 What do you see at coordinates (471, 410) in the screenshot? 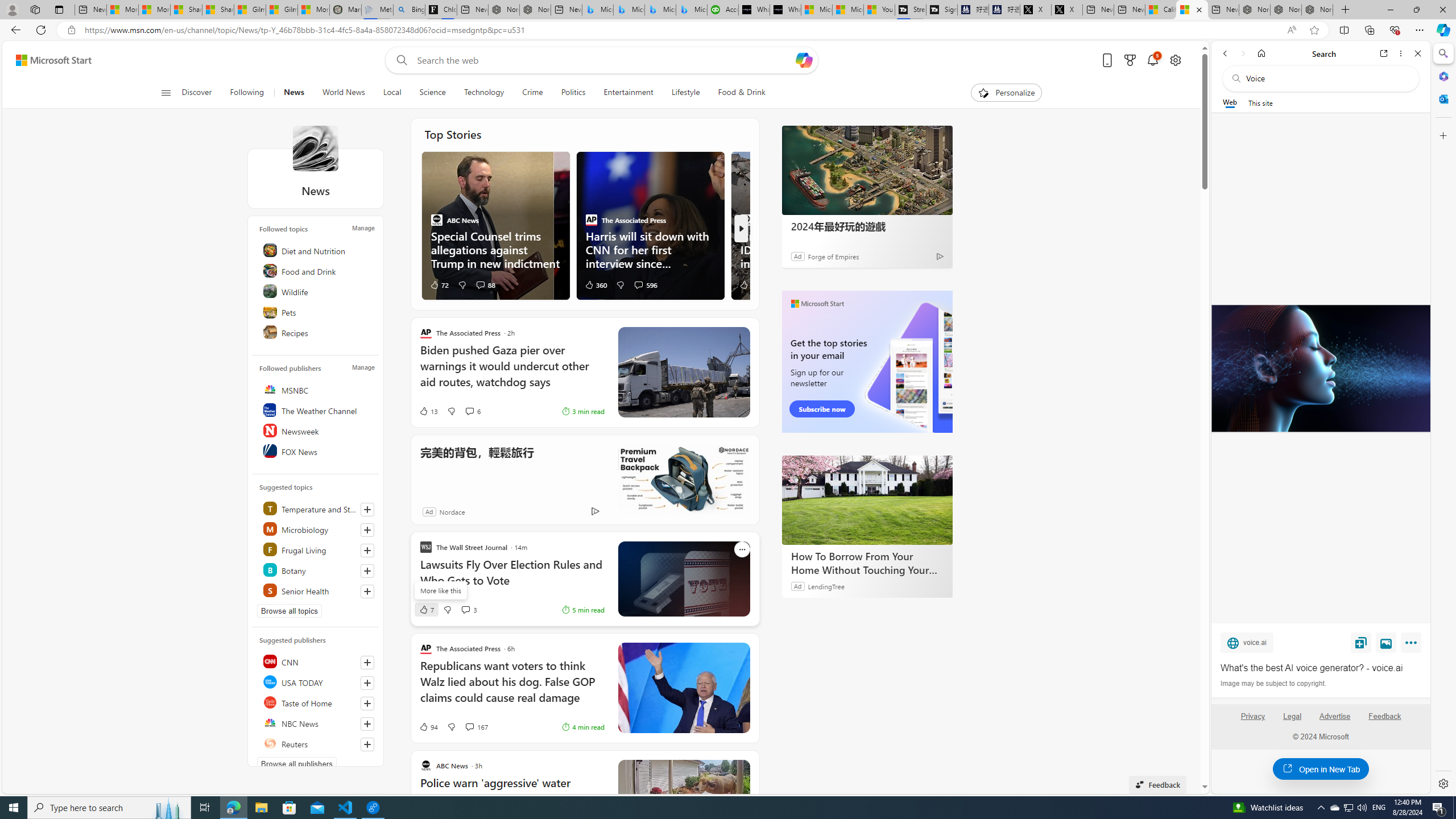
I see `'View comments 6 Comment'` at bounding box center [471, 410].